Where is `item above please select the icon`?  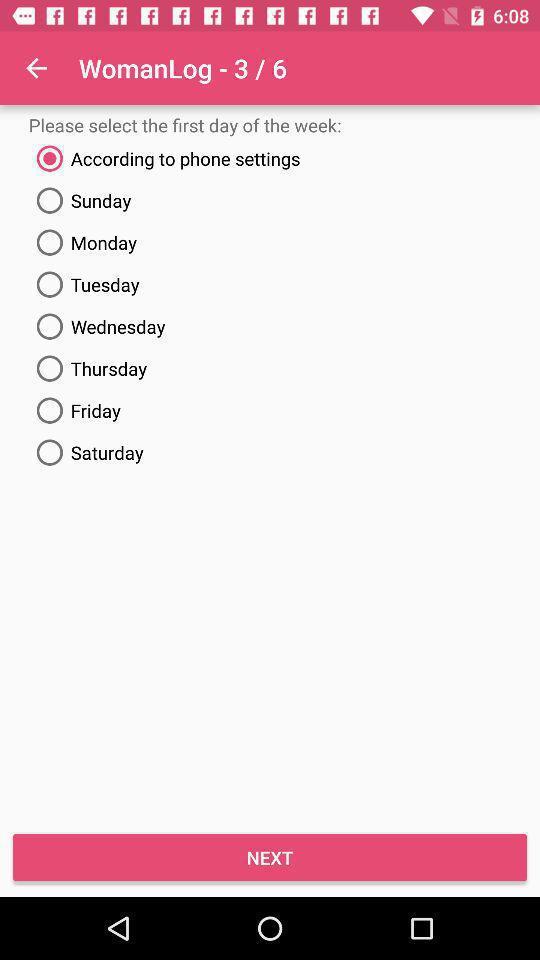
item above please select the icon is located at coordinates (36, 68).